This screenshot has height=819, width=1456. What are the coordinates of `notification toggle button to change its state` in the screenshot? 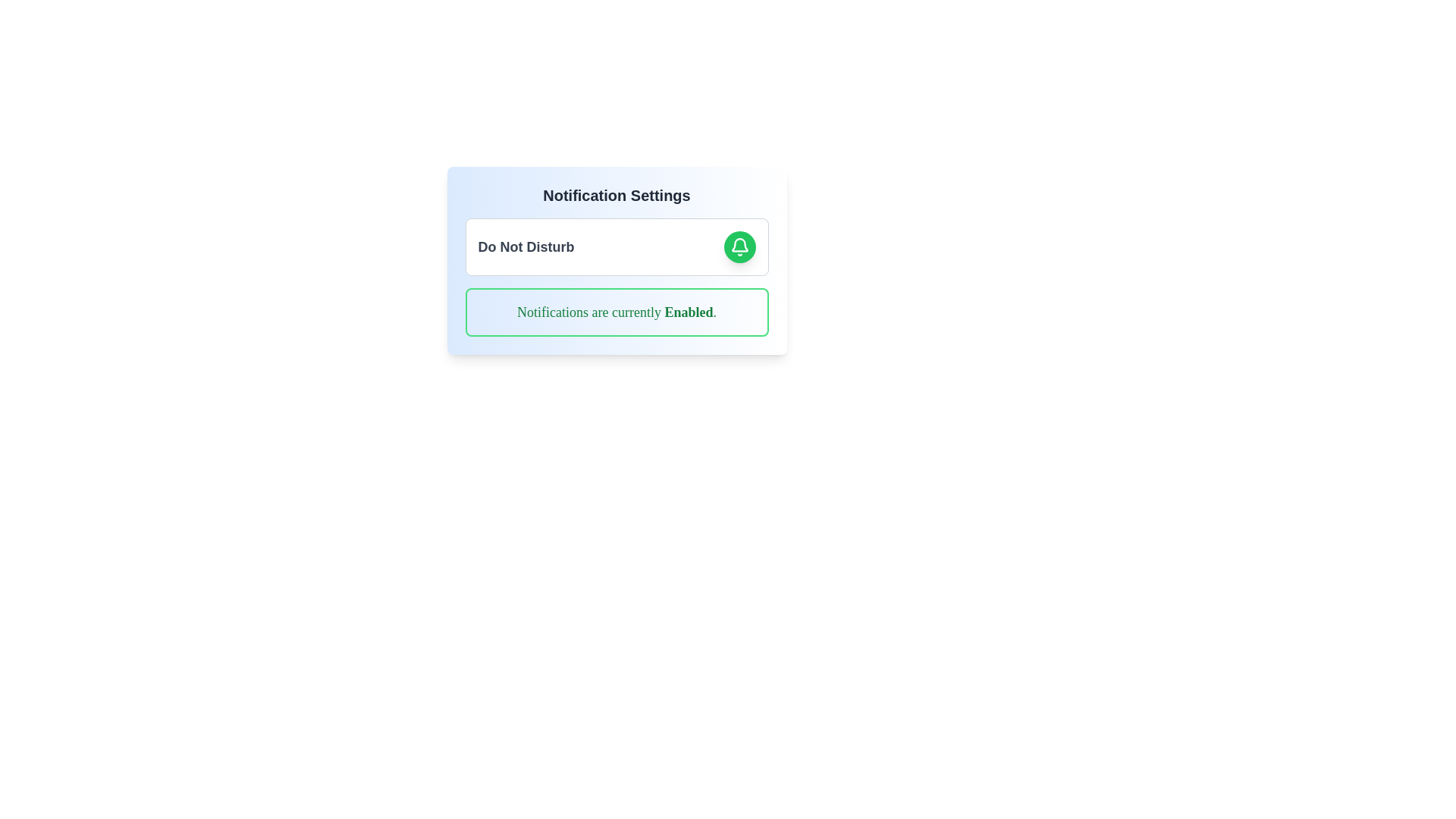 It's located at (739, 246).